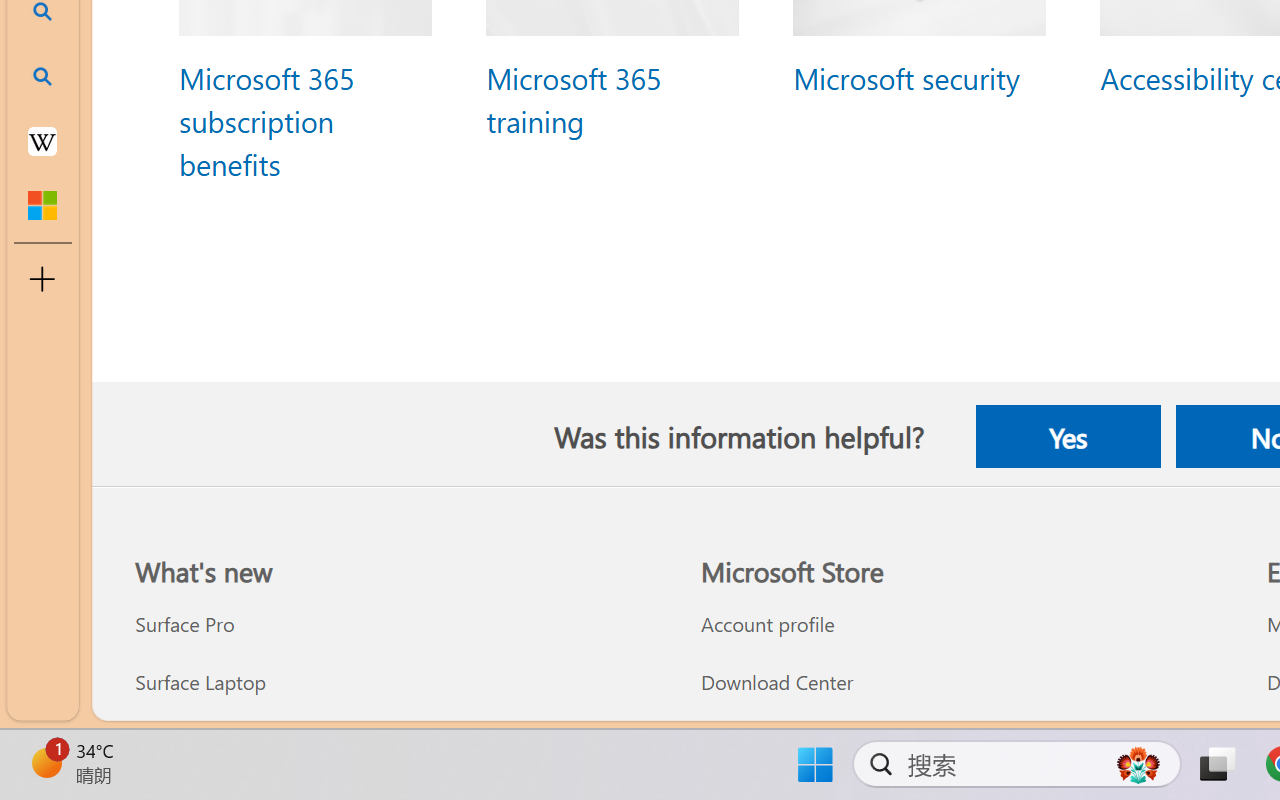 The image size is (1280, 800). I want to click on 'Microsoft 365 subscription benefits', so click(265, 119).